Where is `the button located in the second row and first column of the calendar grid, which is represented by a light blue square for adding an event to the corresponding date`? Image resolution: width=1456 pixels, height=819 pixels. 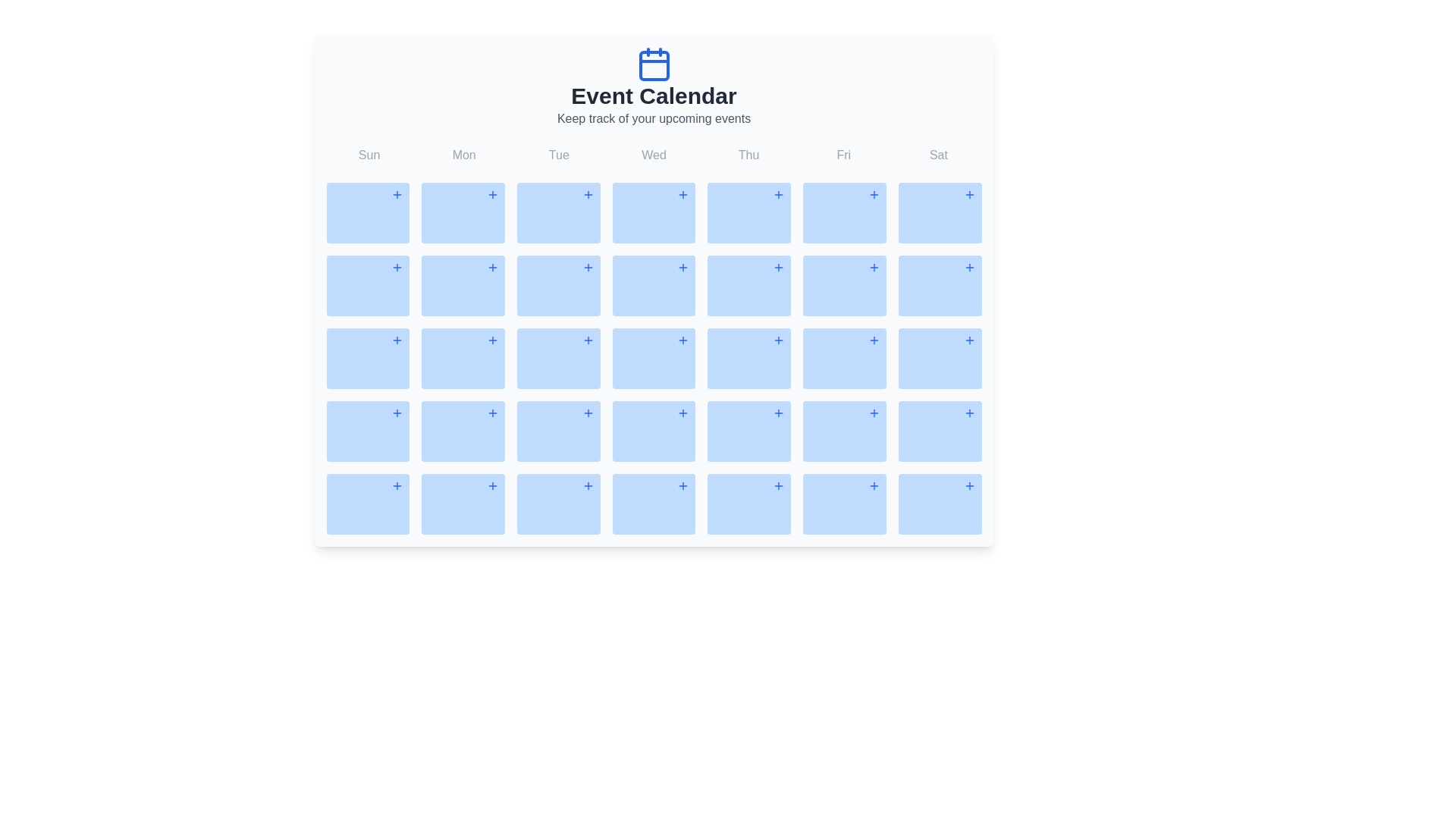
the button located in the second row and first column of the calendar grid, which is represented by a light blue square for adding an event to the corresponding date is located at coordinates (397, 267).